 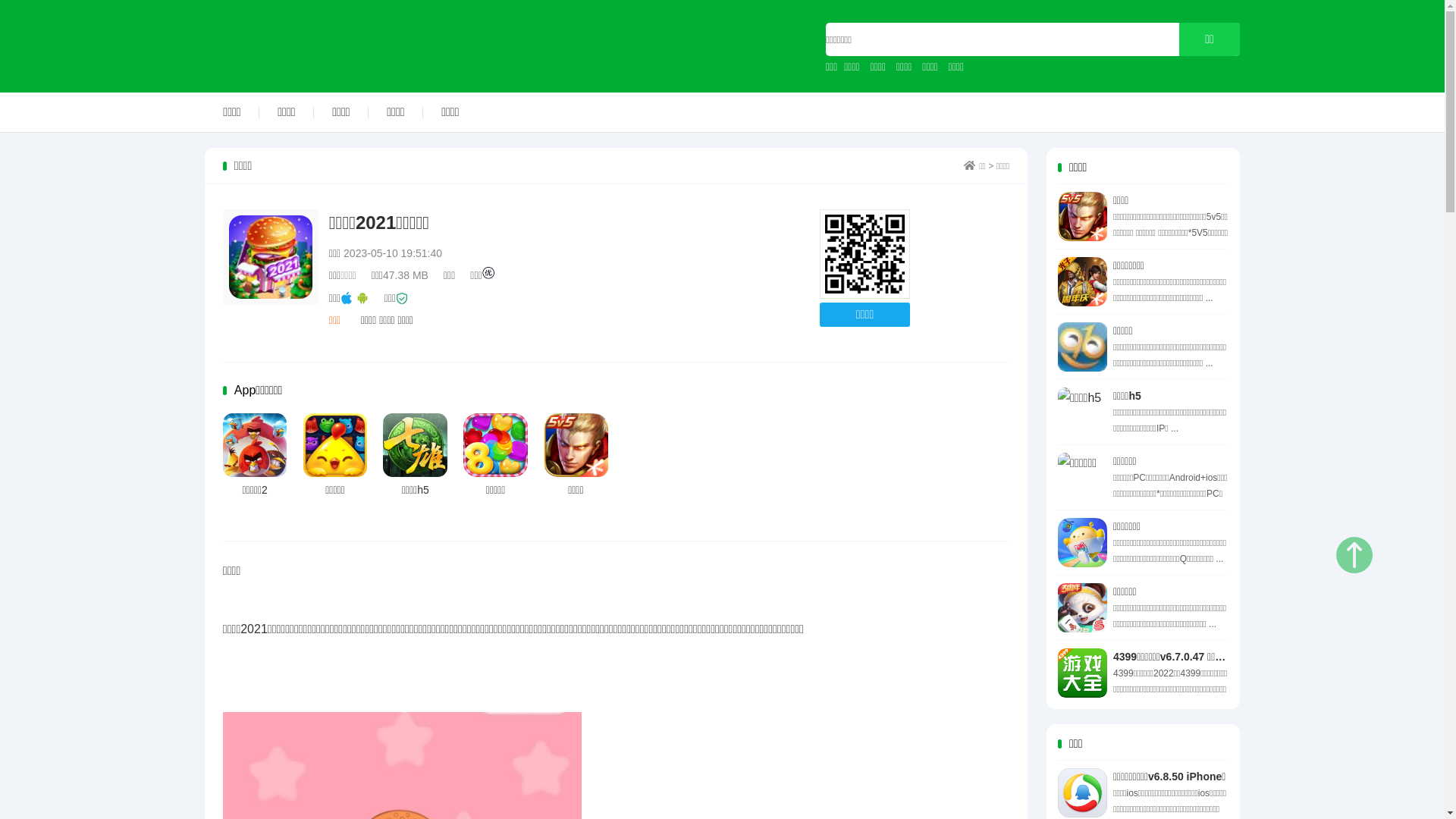 I want to click on 'http://www.818app.com', so click(x=824, y=253).